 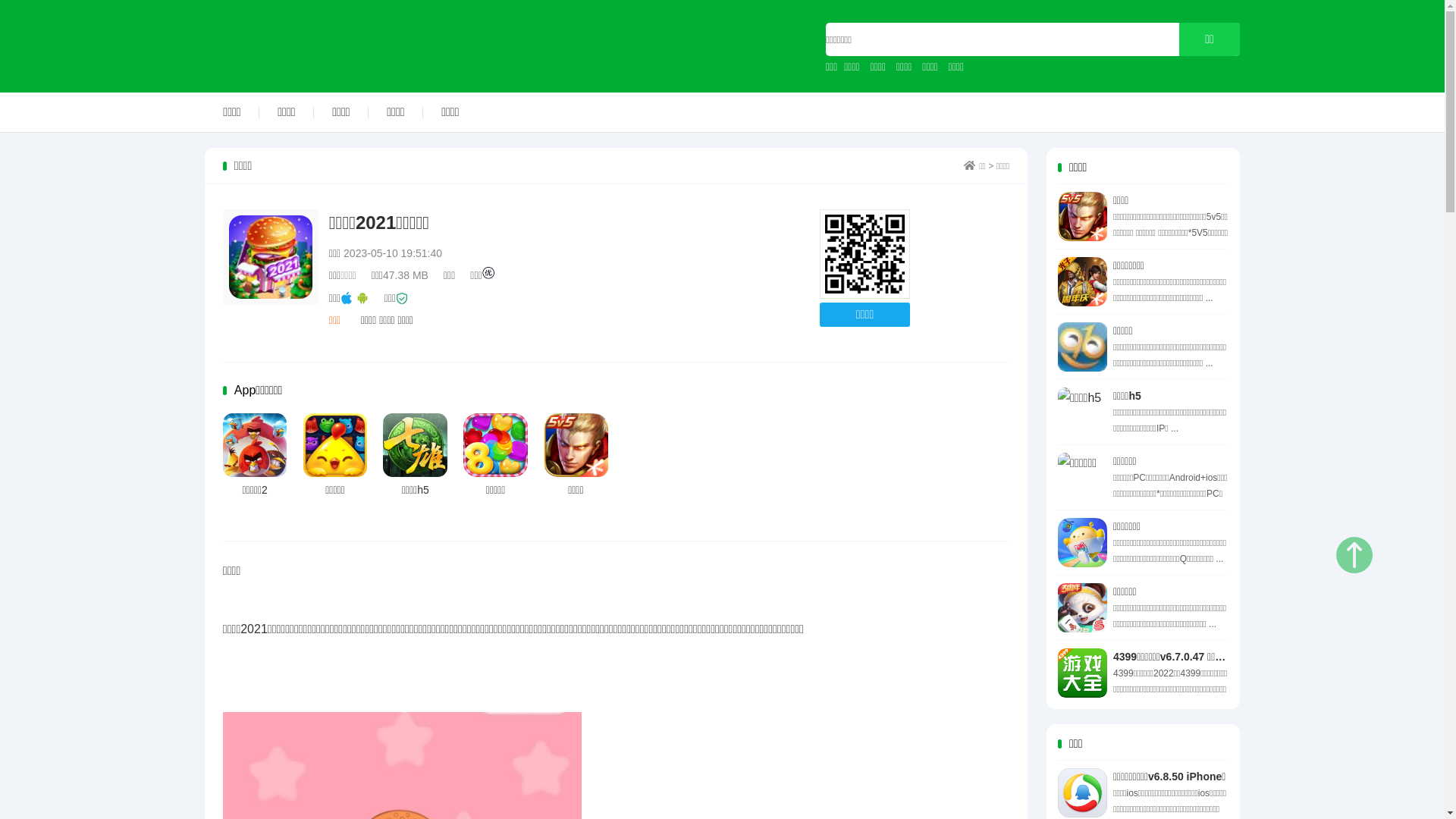 I want to click on 'http://www.818app.com', so click(x=824, y=253).